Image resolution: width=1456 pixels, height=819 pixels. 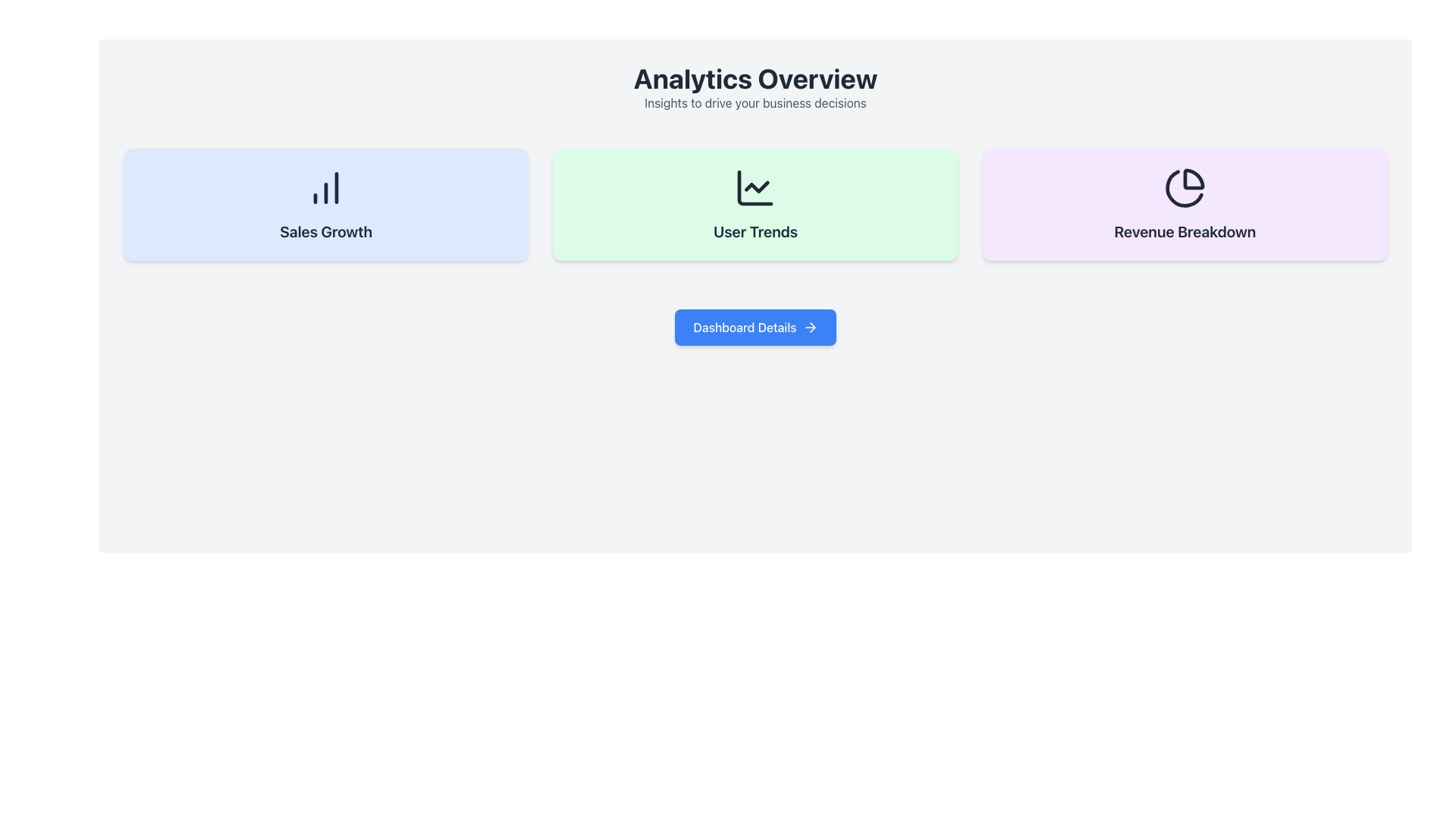 I want to click on the Text Label that describes the content of the purple card containing revenue data, located at the lower segment of the third card in a horizontal set of three cards, so click(x=1184, y=231).